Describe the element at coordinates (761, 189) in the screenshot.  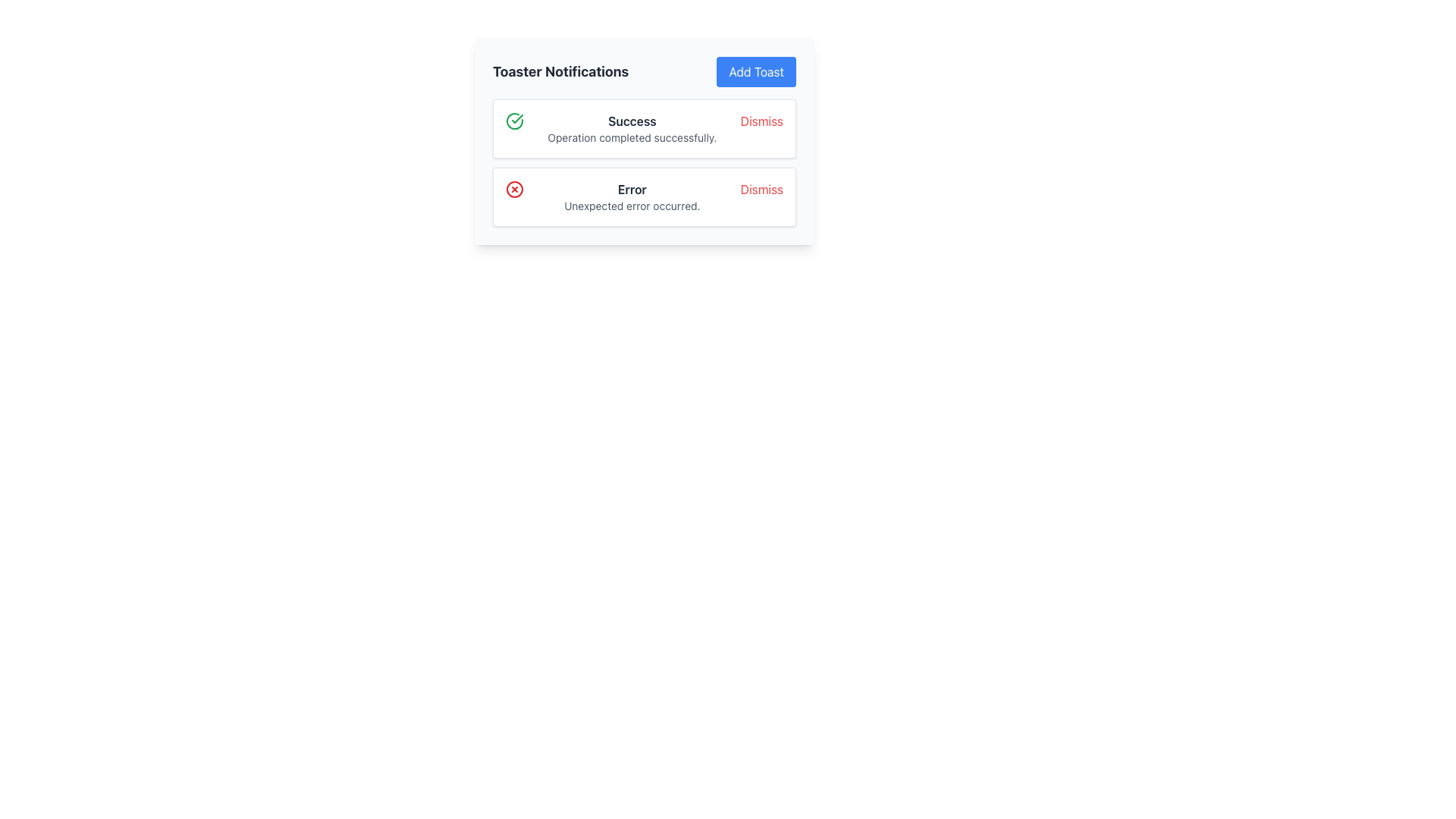
I see `the 'Dismiss' button, which is a red textual button located at the far right of the notification section displaying the error message 'Error Unexpected error occurred.'` at that location.